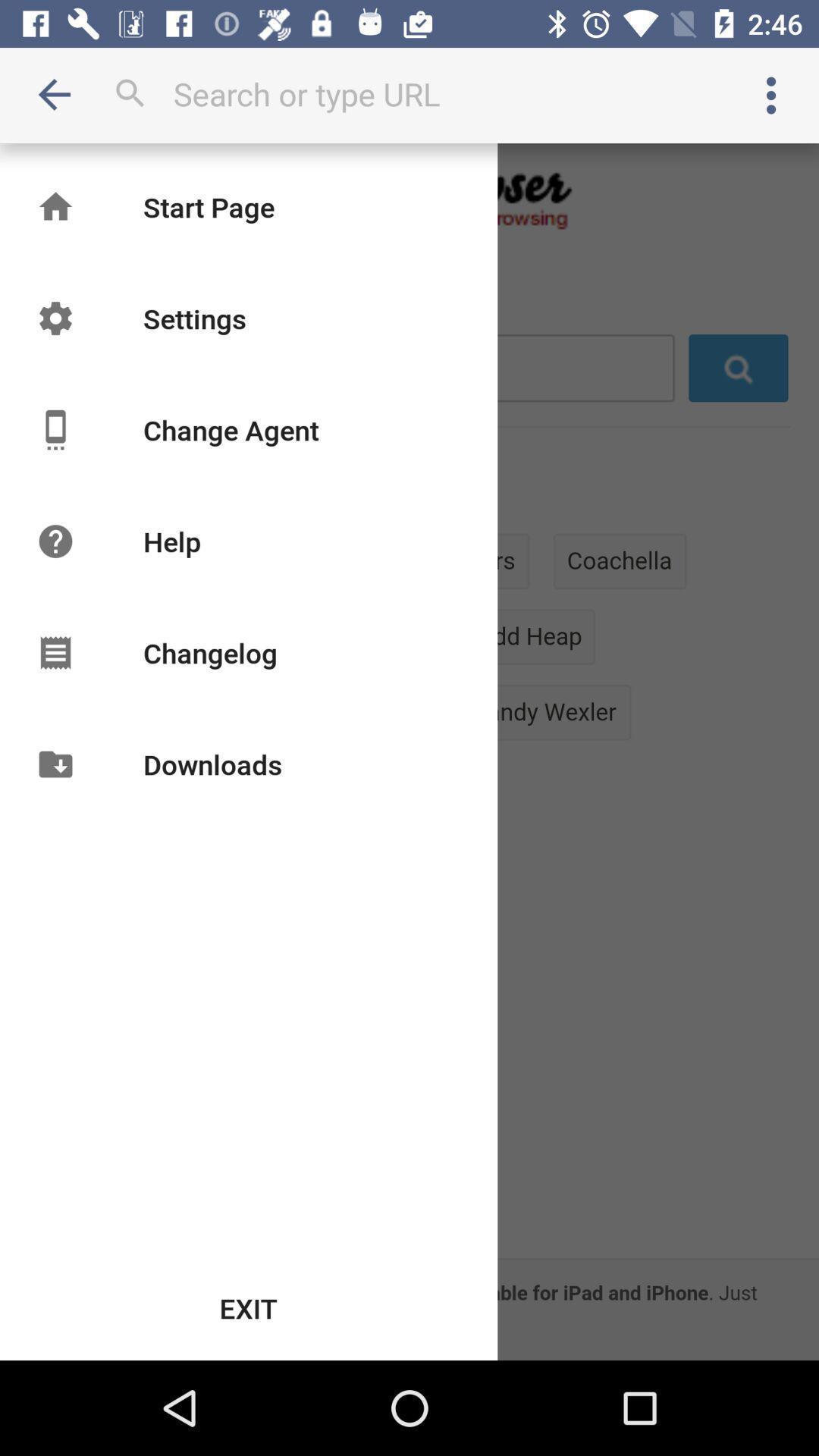  What do you see at coordinates (231, 428) in the screenshot?
I see `icon above the help item` at bounding box center [231, 428].